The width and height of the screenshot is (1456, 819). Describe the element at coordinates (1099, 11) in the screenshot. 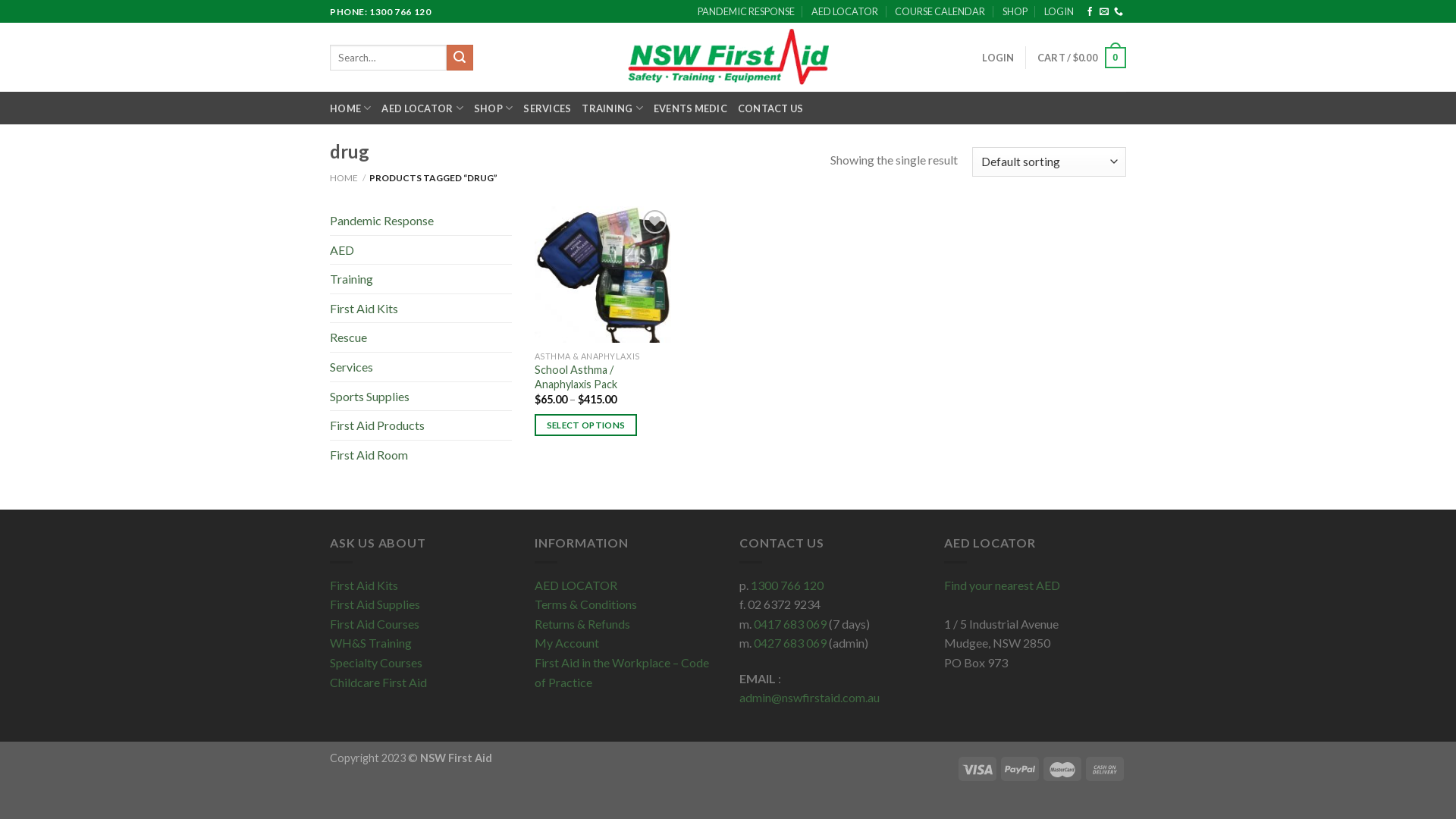

I see `'Send us an email'` at that location.